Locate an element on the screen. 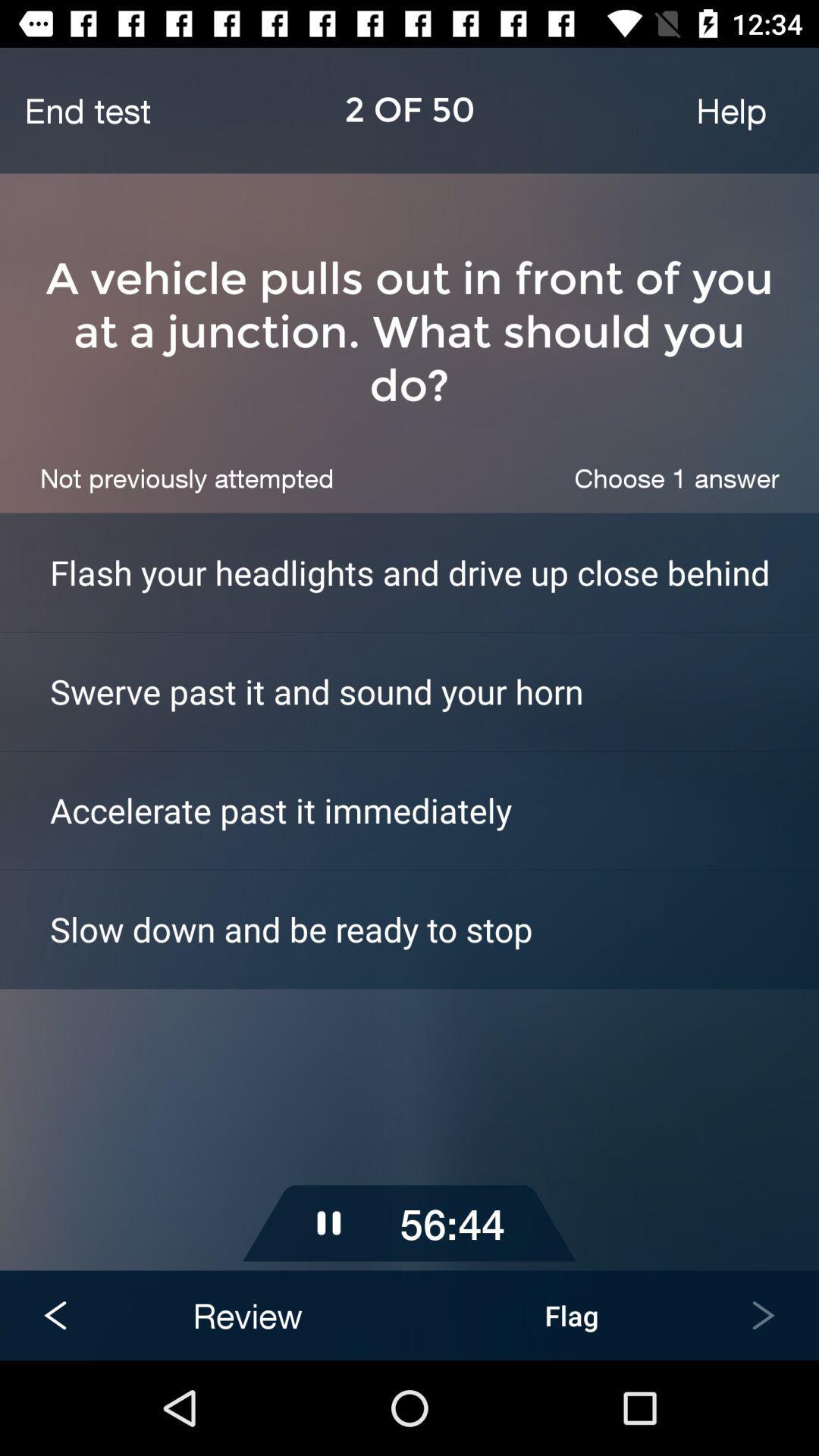 This screenshot has height=1456, width=819. the item below a vehicle pulls is located at coordinates (676, 477).